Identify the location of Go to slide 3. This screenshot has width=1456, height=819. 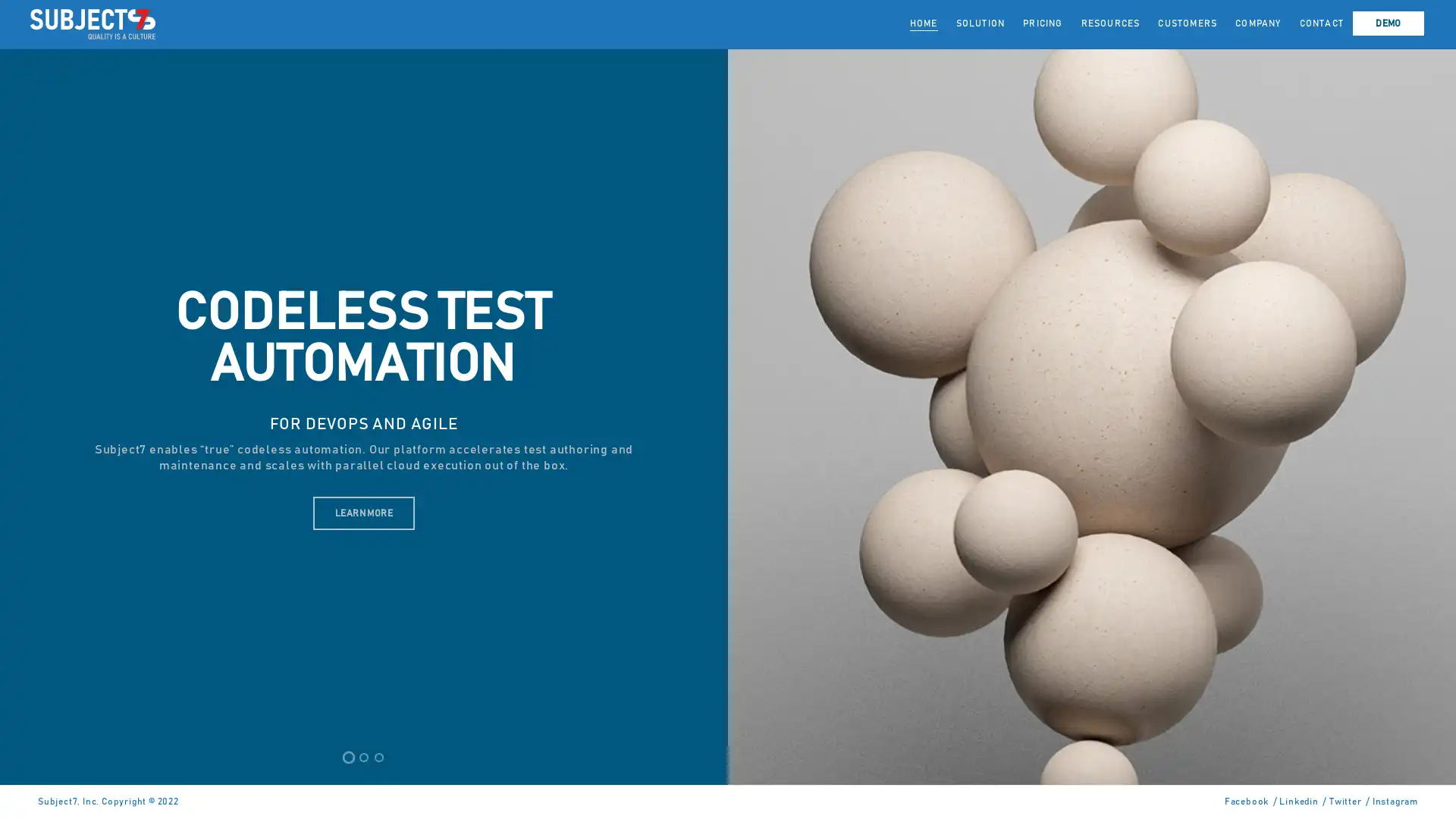
(378, 748).